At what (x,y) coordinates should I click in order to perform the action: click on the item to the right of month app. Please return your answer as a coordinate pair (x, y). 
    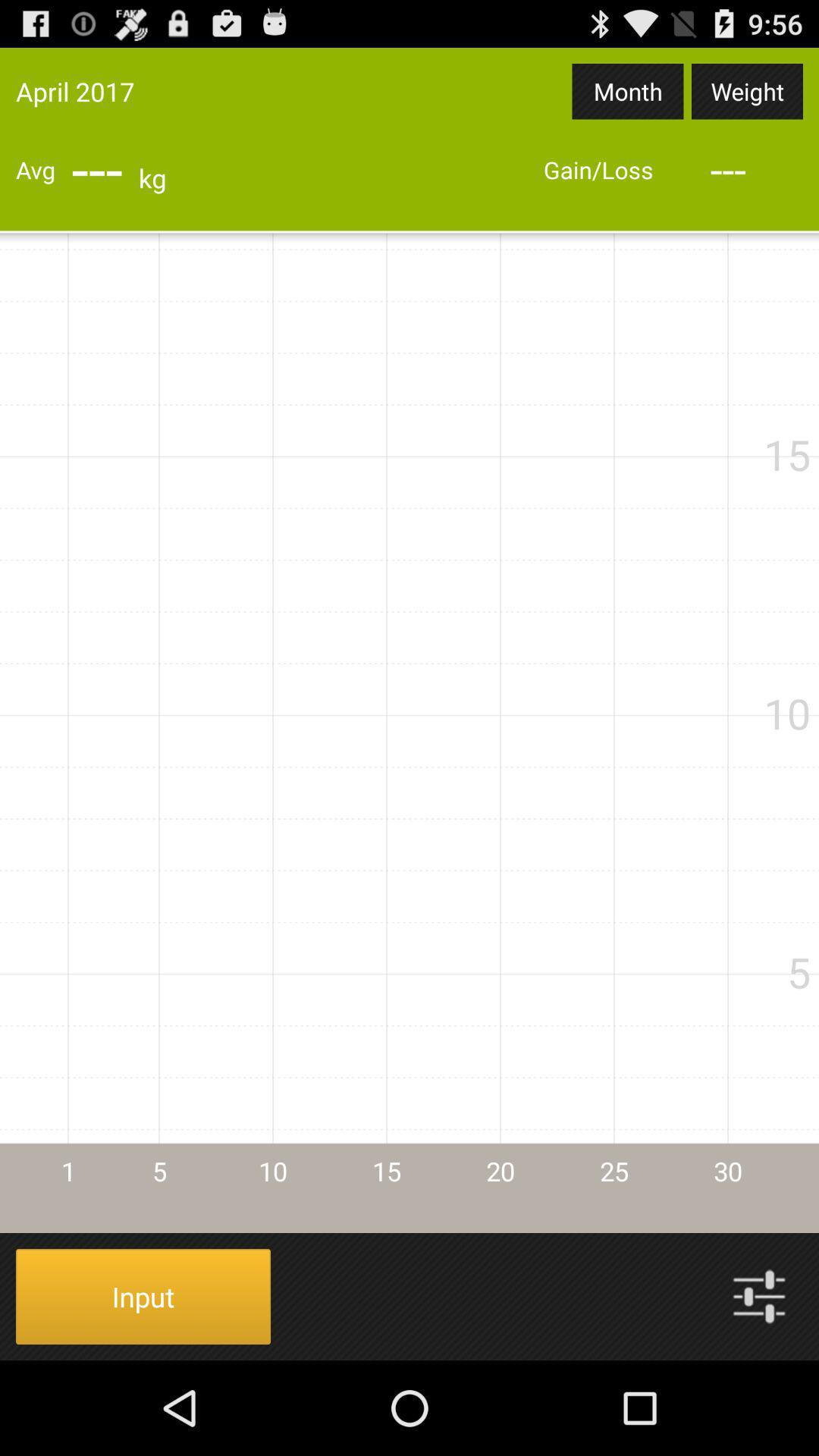
    Looking at the image, I should click on (746, 90).